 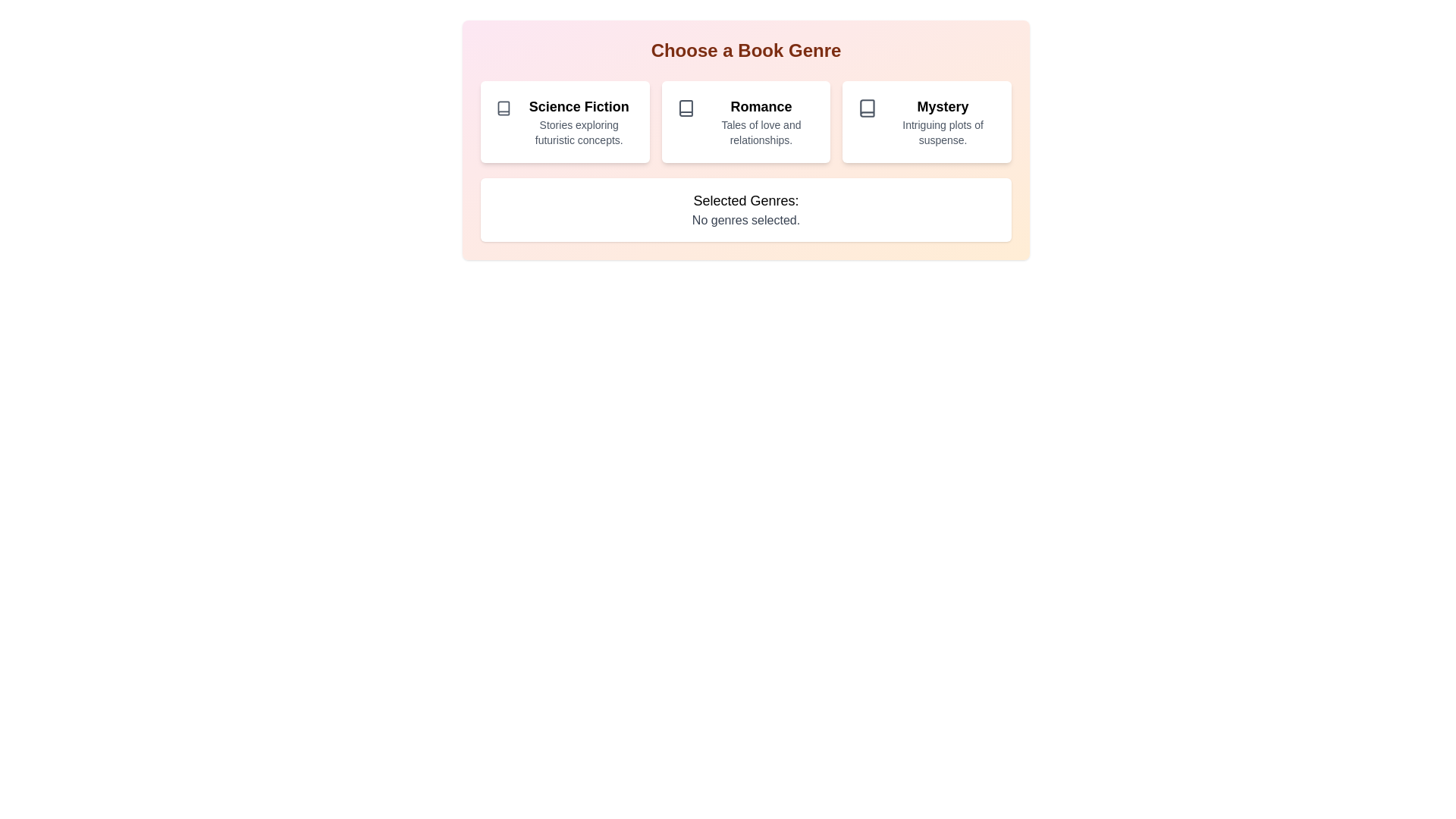 What do you see at coordinates (745, 121) in the screenshot?
I see `the Selectable Card titled 'Romance' which displays a bold title and a description below it, located in the center of a horizontal genre selection menu` at bounding box center [745, 121].